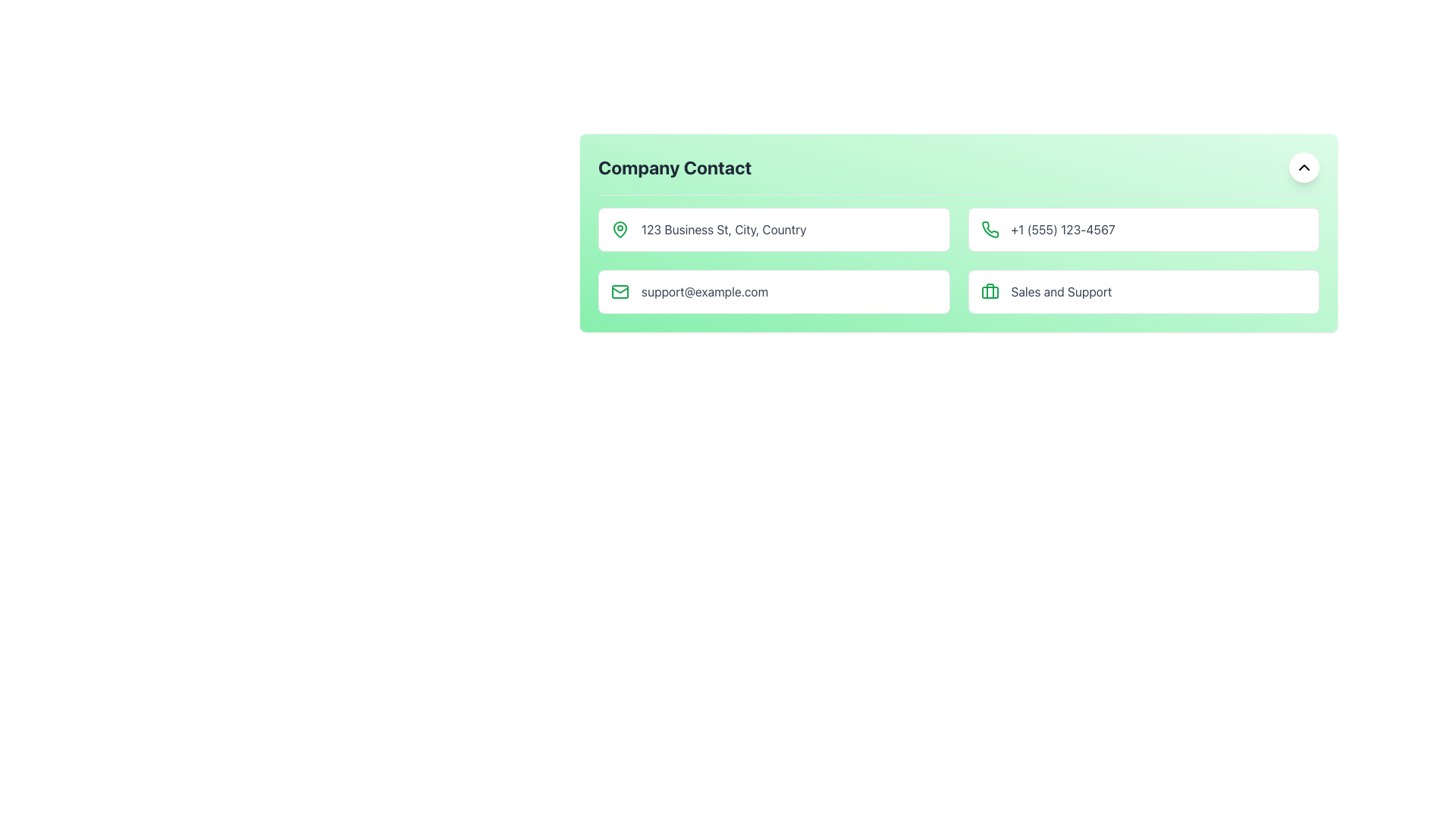  I want to click on the green phone icon located to the left of the phone number '+1 (555) 123-4567' in the contact information section, so click(990, 230).